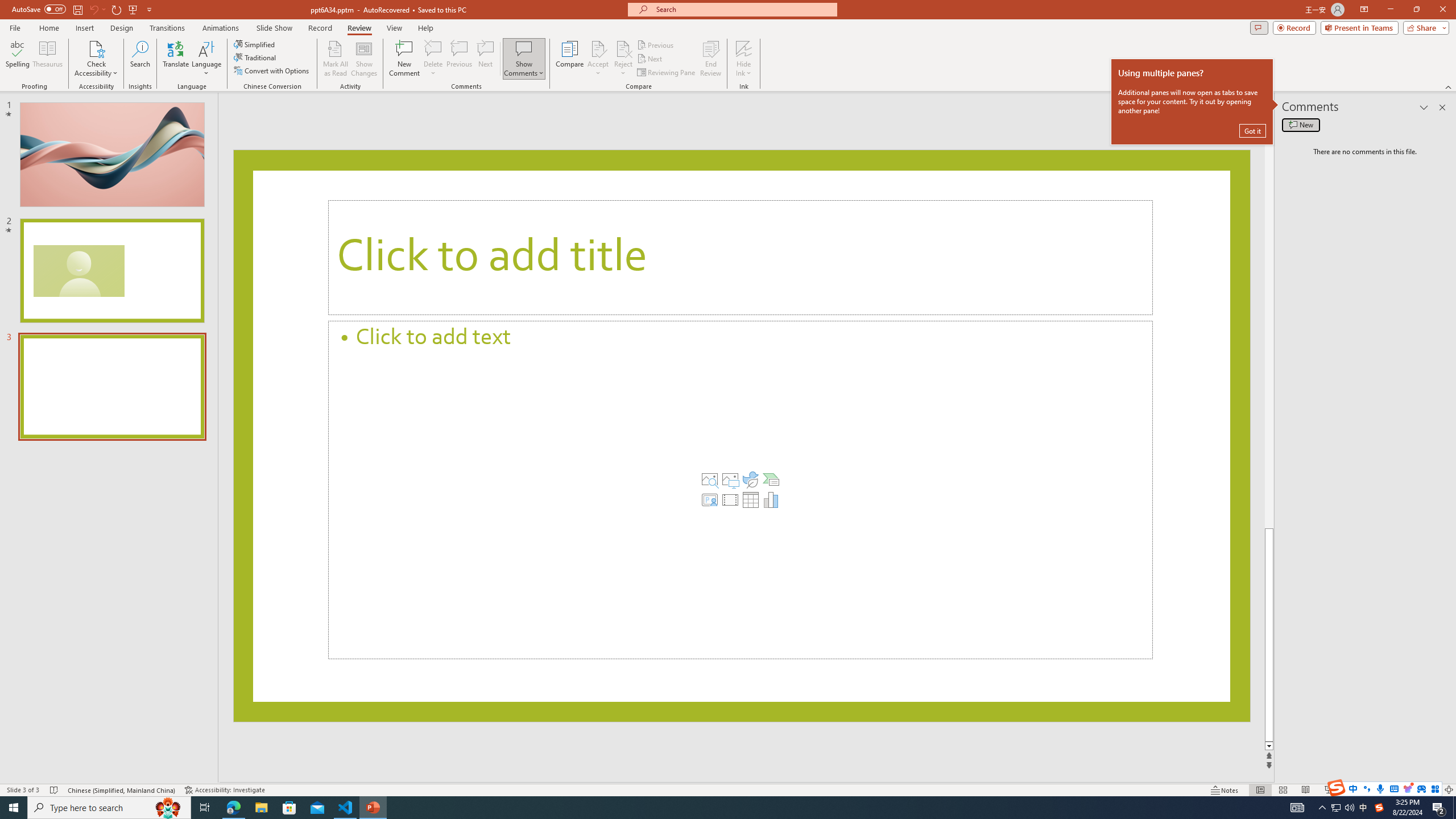 This screenshot has height=819, width=1456. I want to click on 'Translate', so click(176, 59).